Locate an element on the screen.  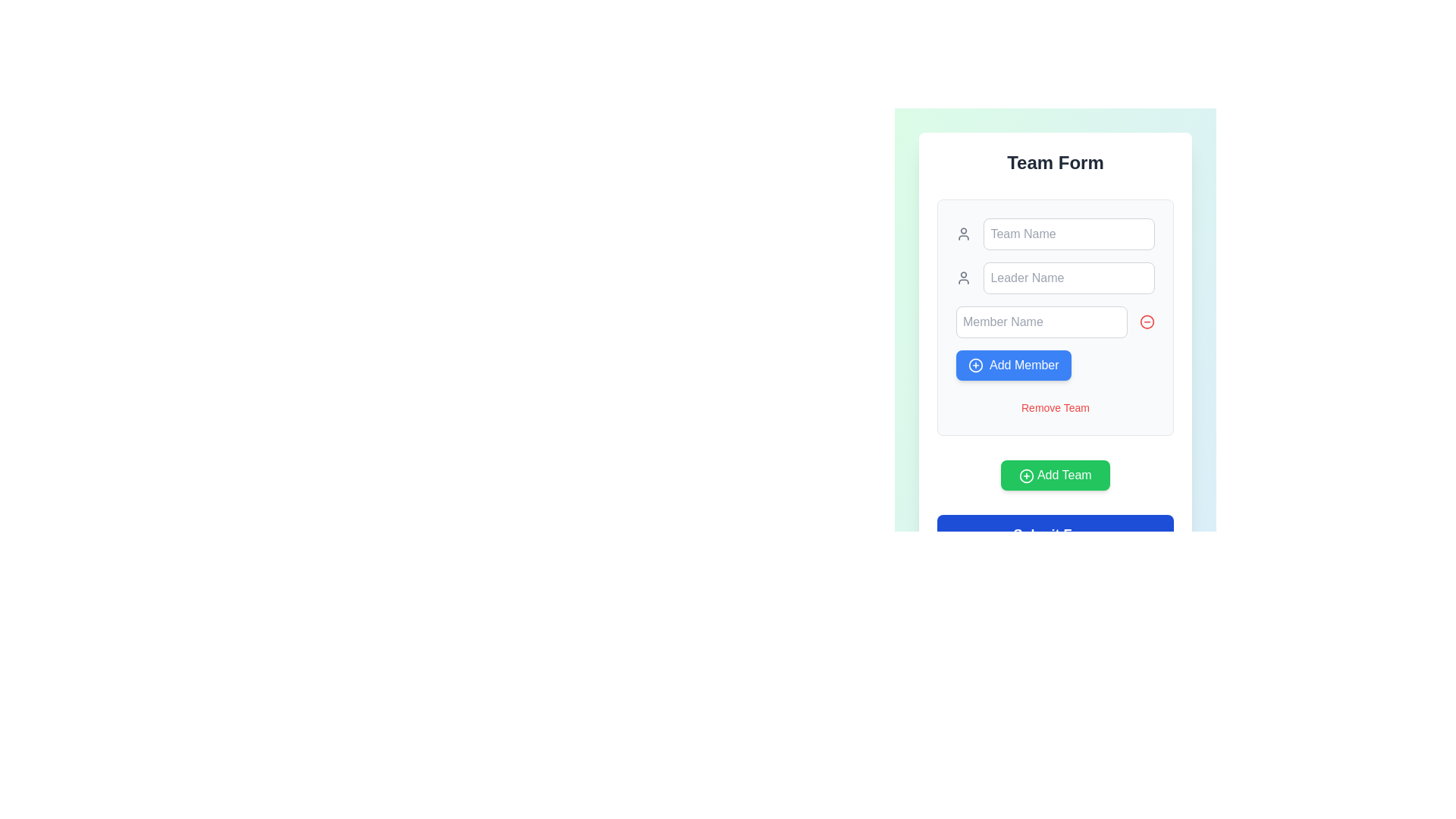
the circular icon with a plus sign in the center, styled with a green outline and white fill, located inside the 'Add Team' button, to interact is located at coordinates (1027, 475).